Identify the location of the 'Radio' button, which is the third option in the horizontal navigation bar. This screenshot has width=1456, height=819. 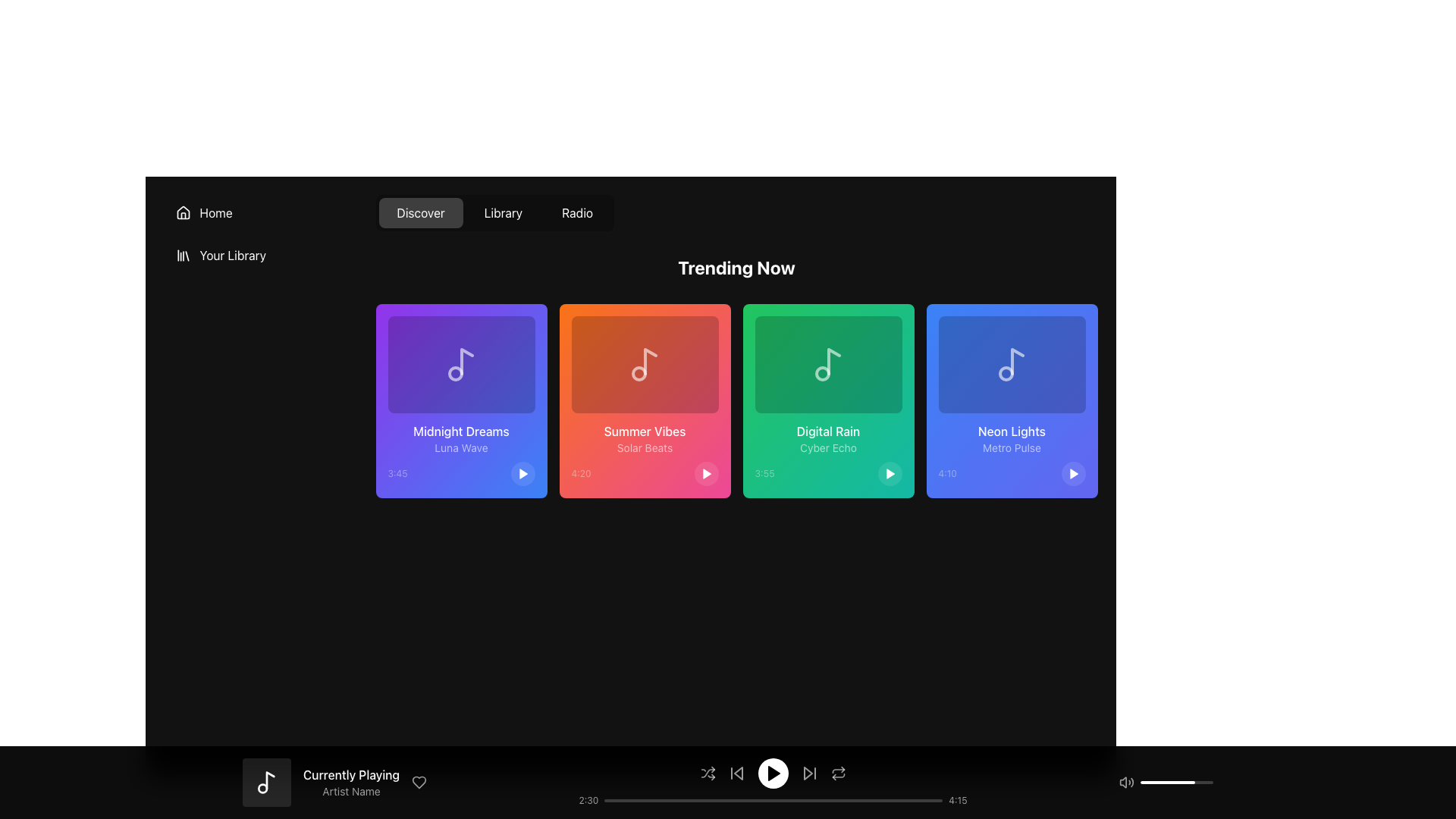
(576, 213).